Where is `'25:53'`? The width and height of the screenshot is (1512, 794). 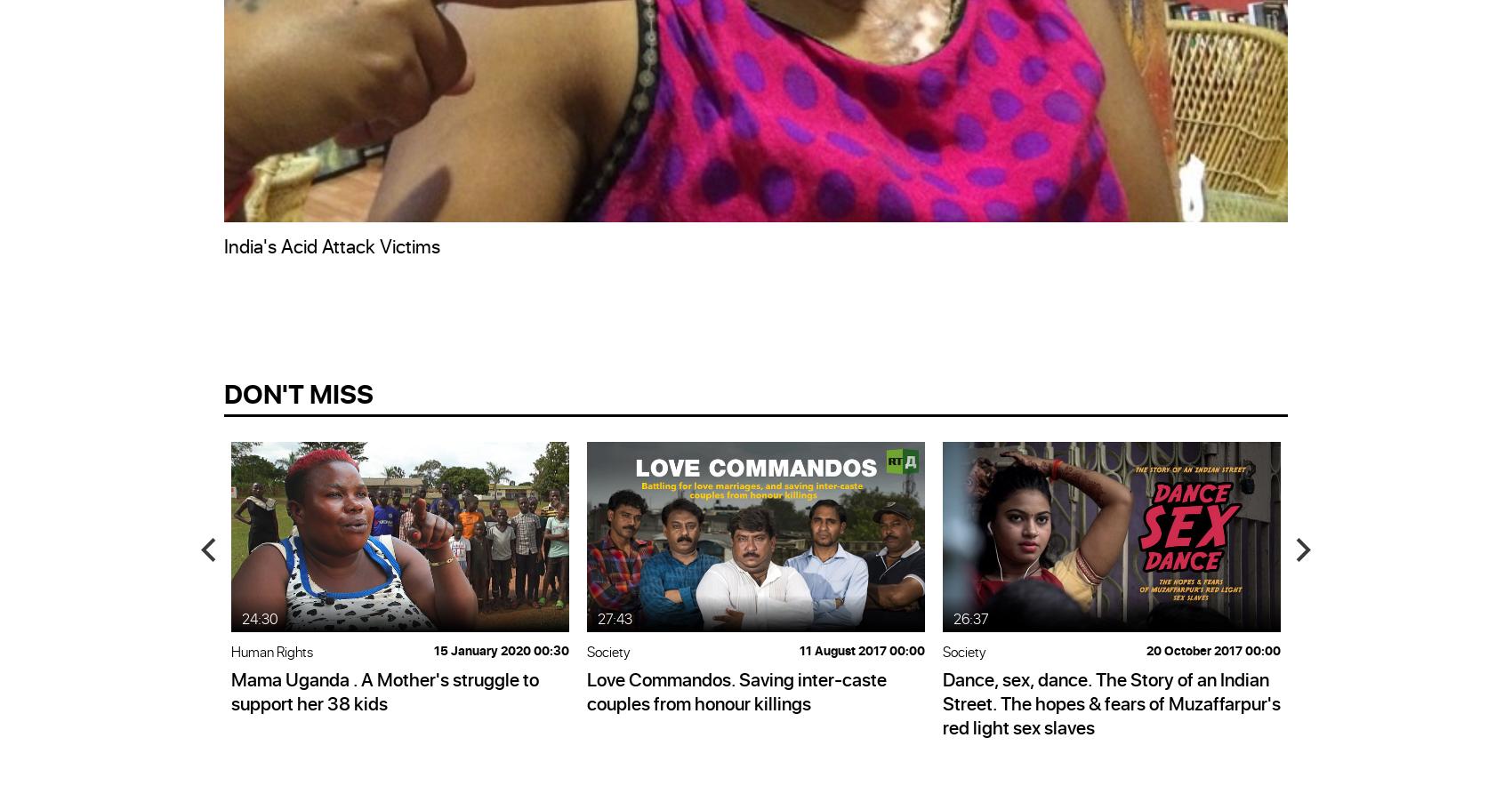
'25:53' is located at coordinates (1326, 617).